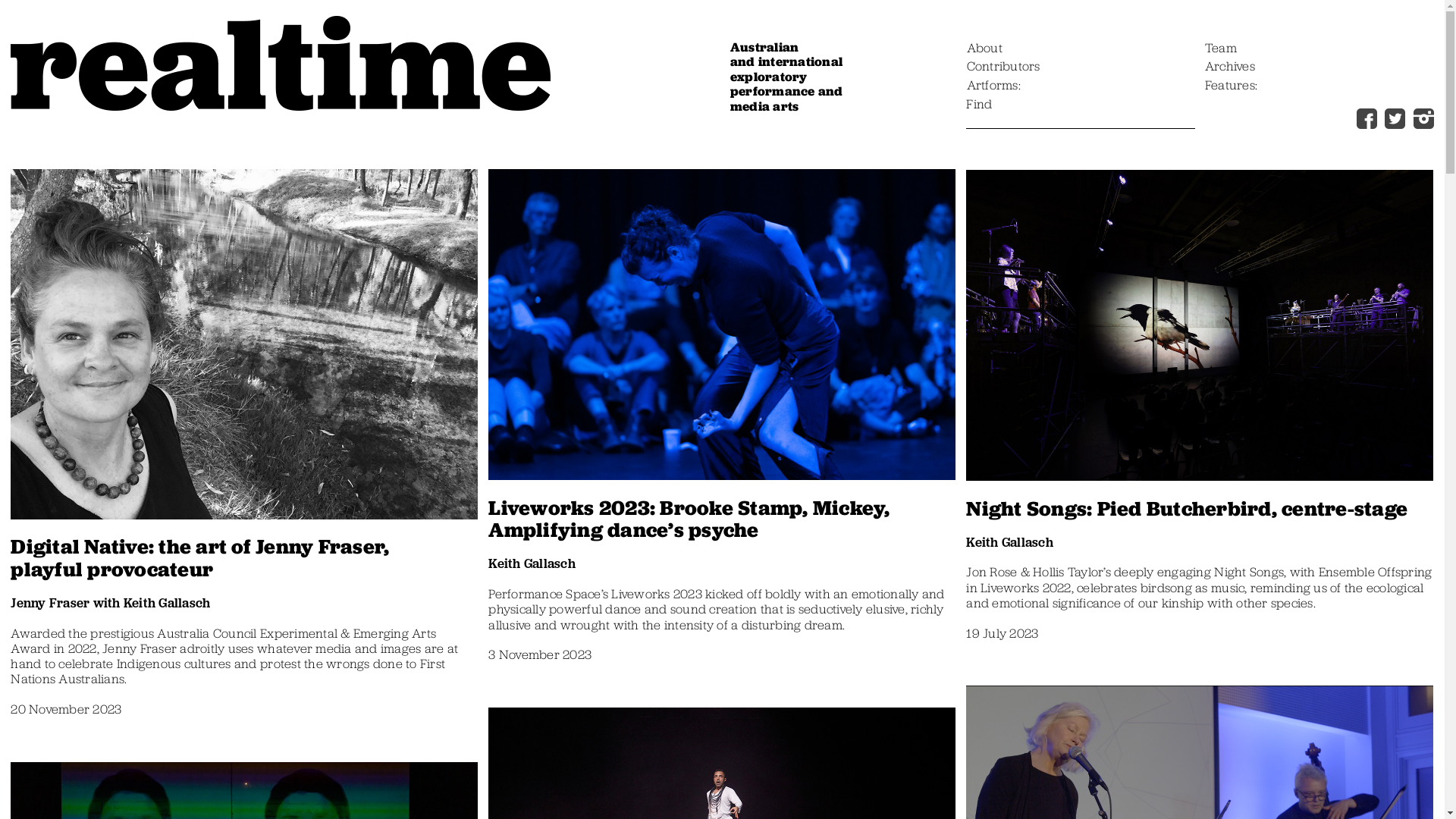  I want to click on 'About', so click(966, 49).